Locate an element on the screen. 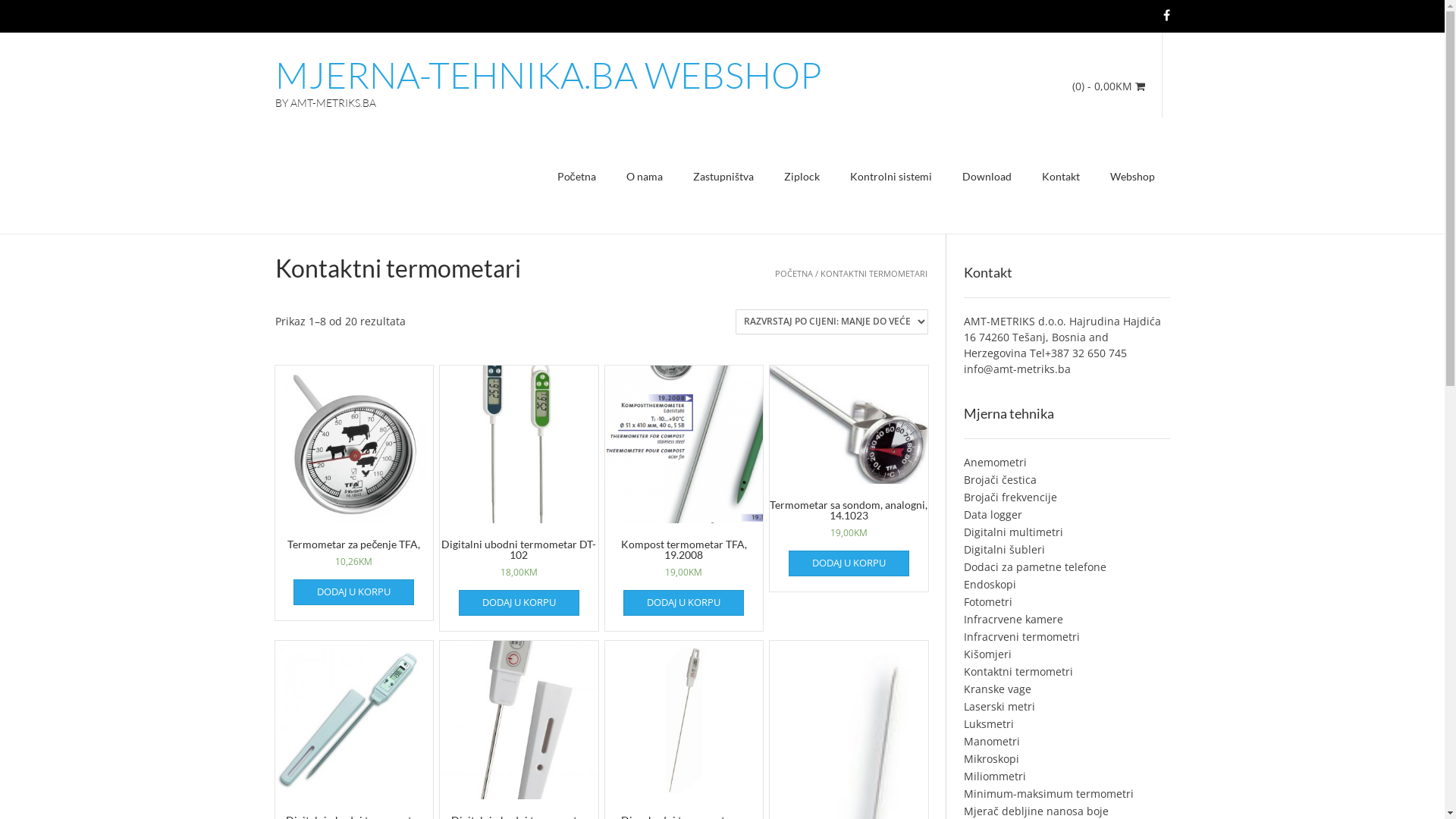 The height and width of the screenshot is (819, 1456). 'Ziplock' is located at coordinates (801, 177).